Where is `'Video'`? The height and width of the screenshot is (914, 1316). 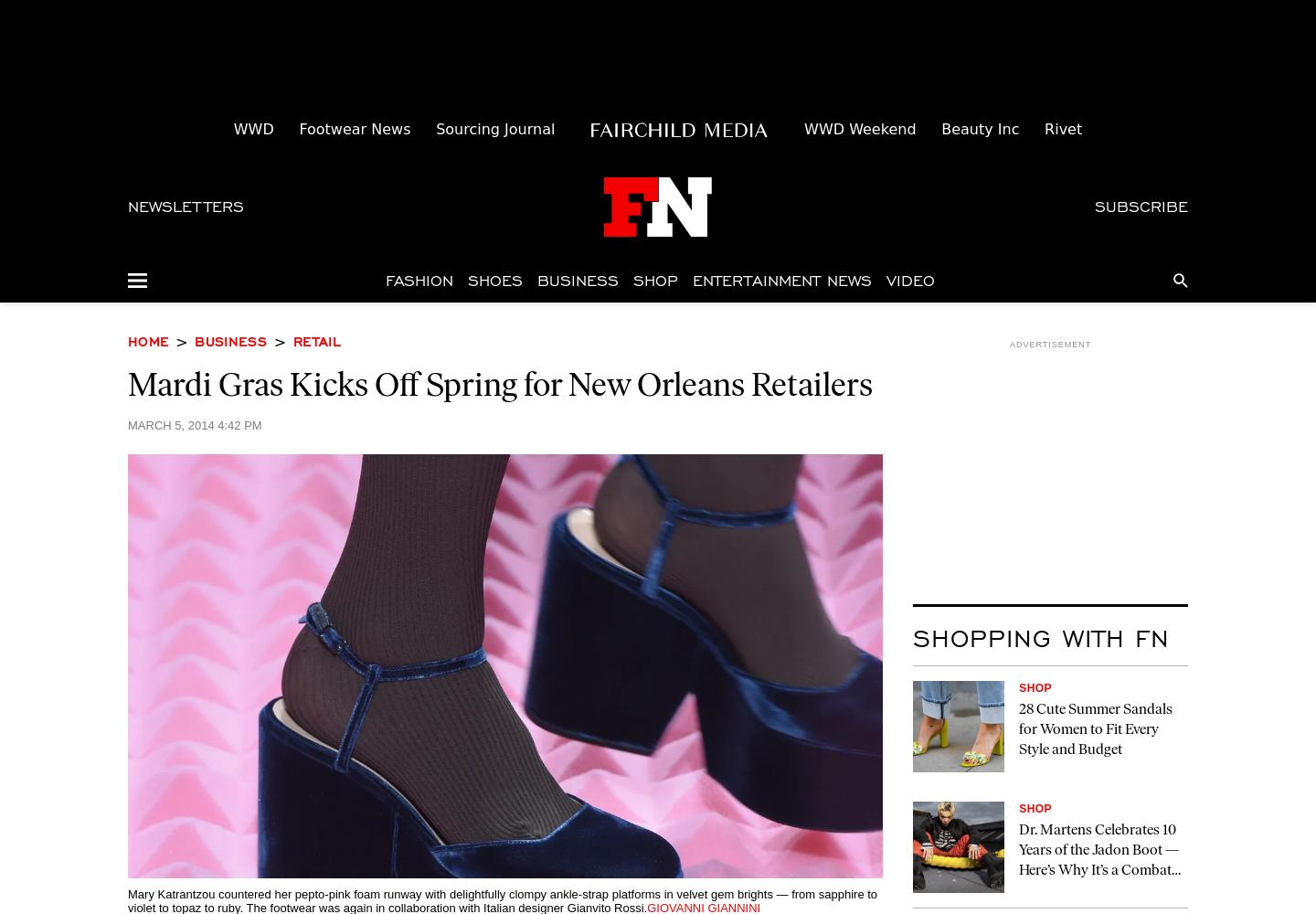 'Video' is located at coordinates (909, 280).